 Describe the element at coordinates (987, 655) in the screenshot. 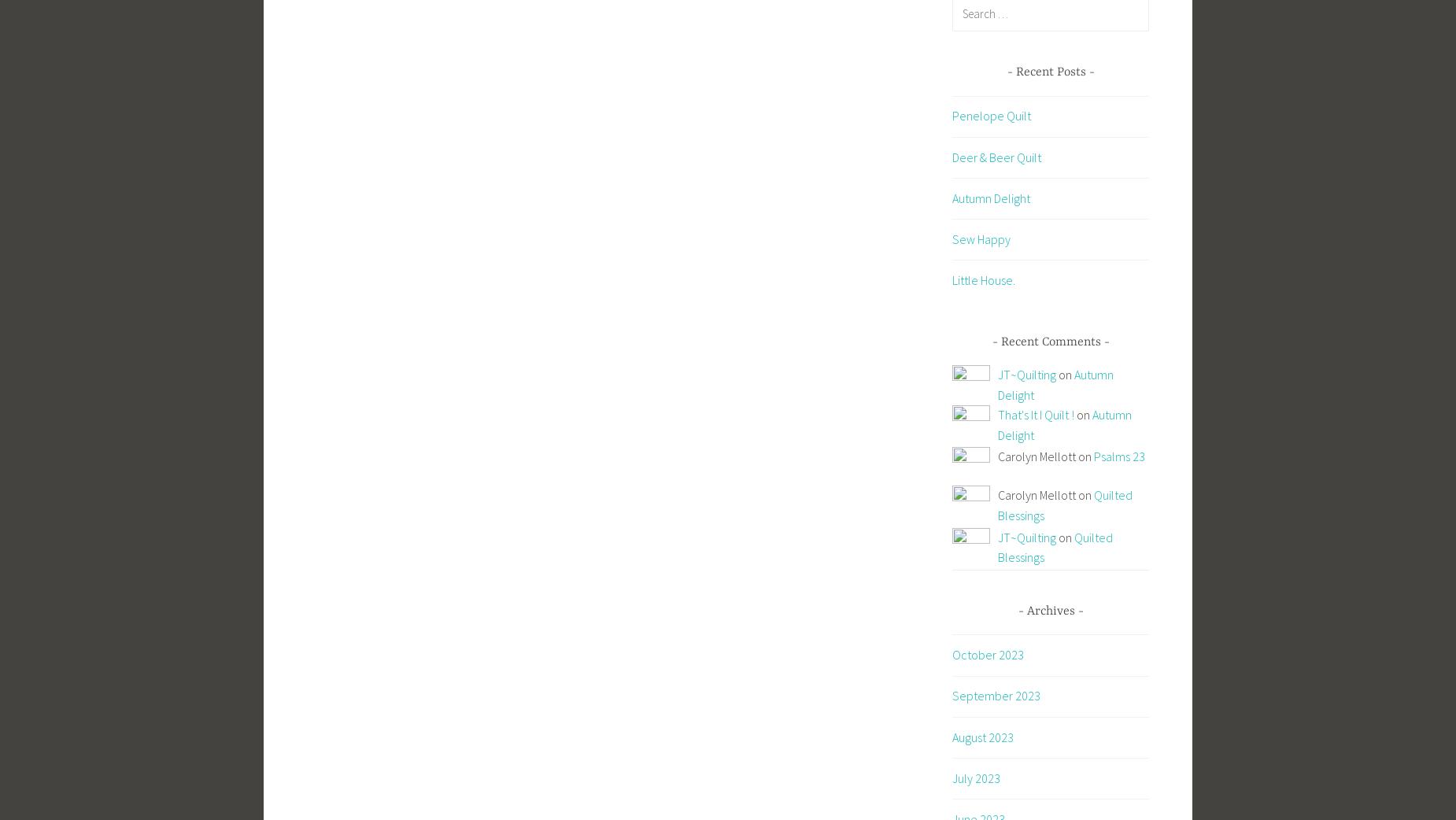

I see `'October 2023'` at that location.